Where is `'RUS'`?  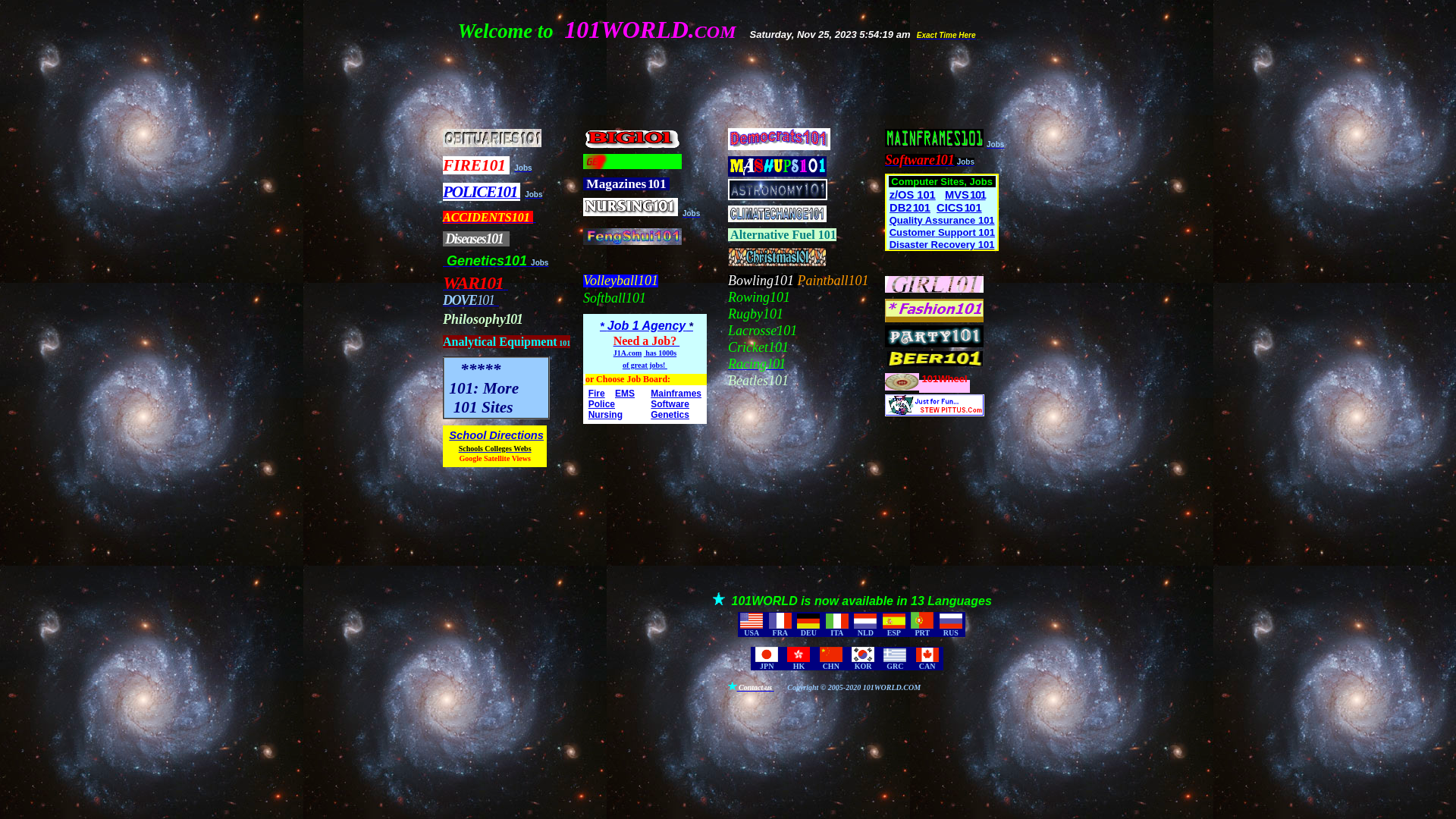 'RUS' is located at coordinates (949, 632).